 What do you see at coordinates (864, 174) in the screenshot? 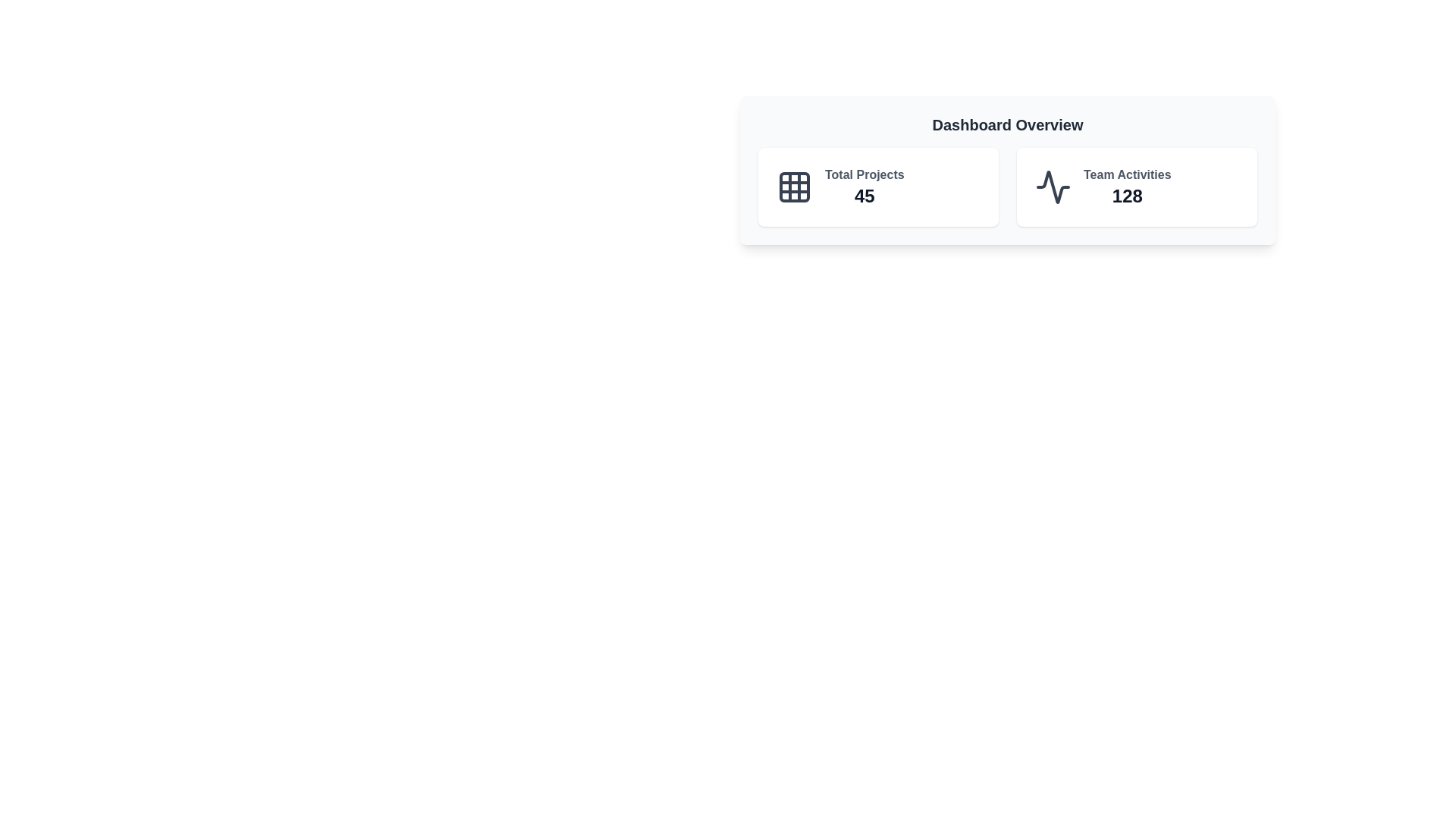
I see `the Text label that signifies the total count of projects, located above the numerical value '45' and to the right of an icon within a card structure on the dashboard` at bounding box center [864, 174].